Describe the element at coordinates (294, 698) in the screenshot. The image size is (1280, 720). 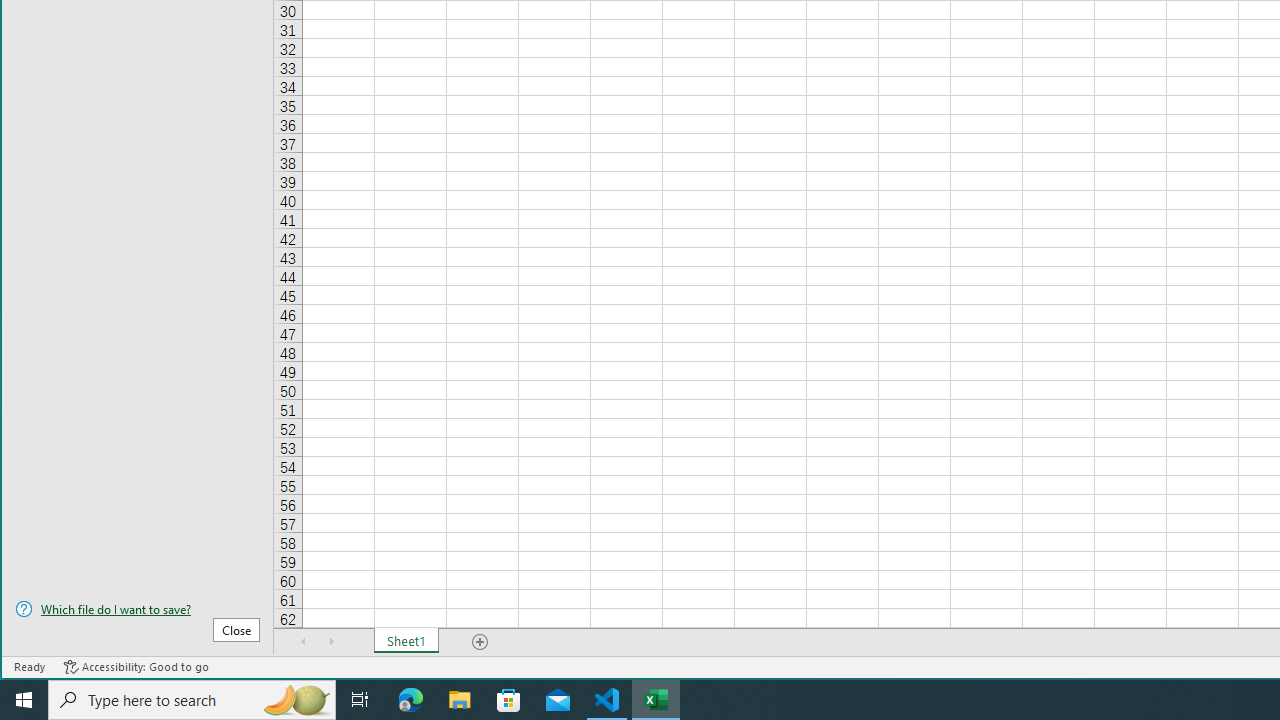
I see `'Search highlights icon opens search home window'` at that location.